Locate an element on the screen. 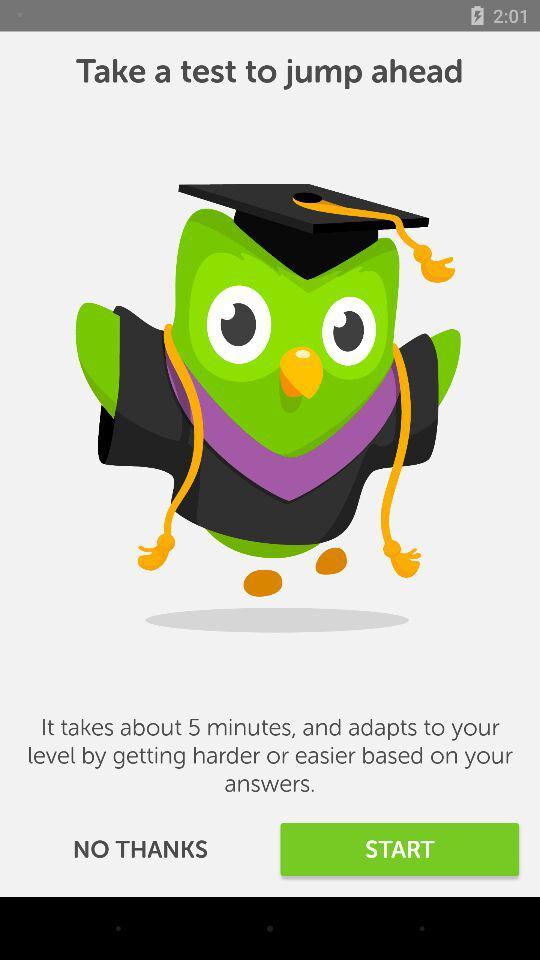 The height and width of the screenshot is (960, 540). the start item is located at coordinates (399, 848).